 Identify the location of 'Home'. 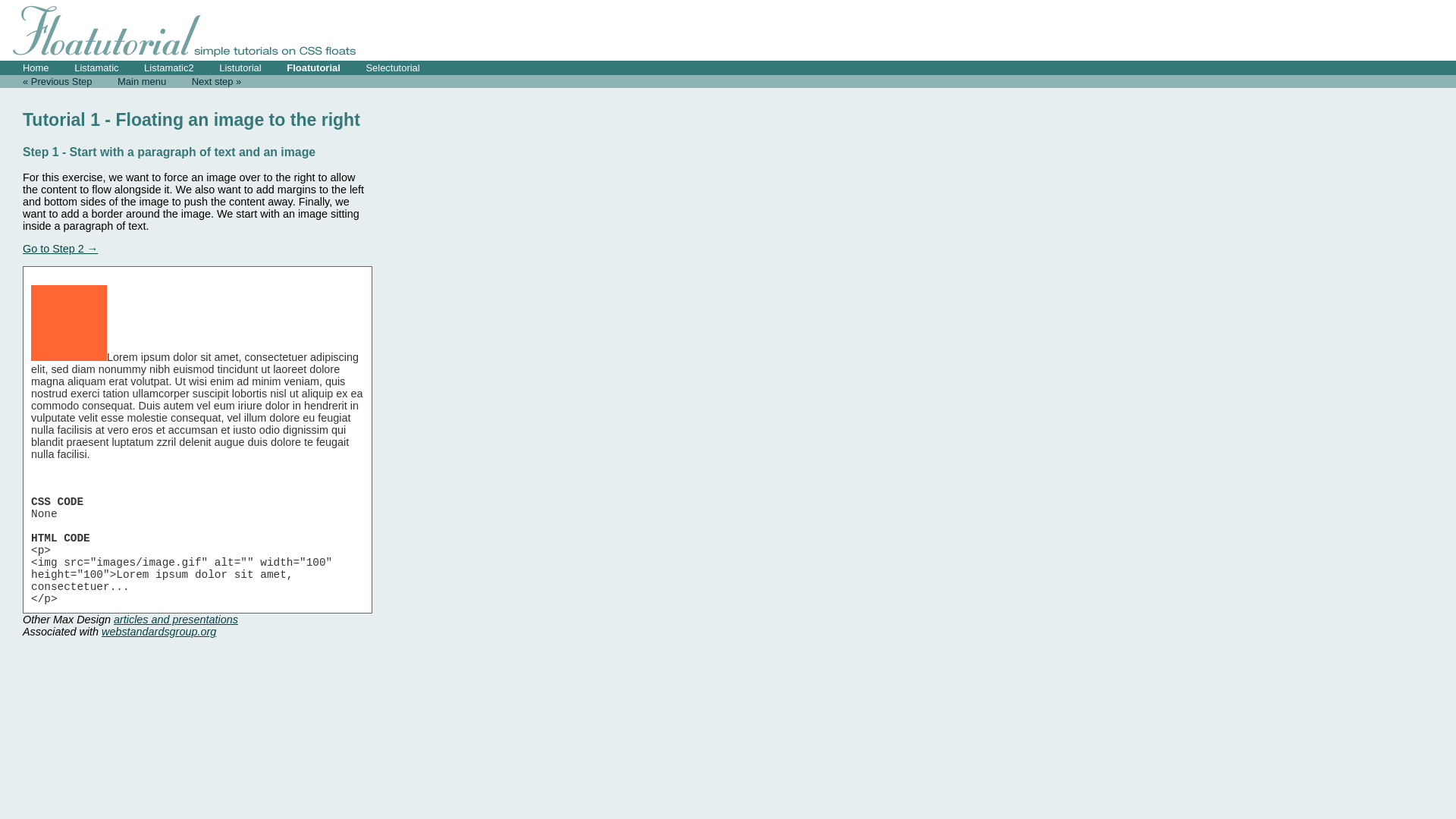
(36, 67).